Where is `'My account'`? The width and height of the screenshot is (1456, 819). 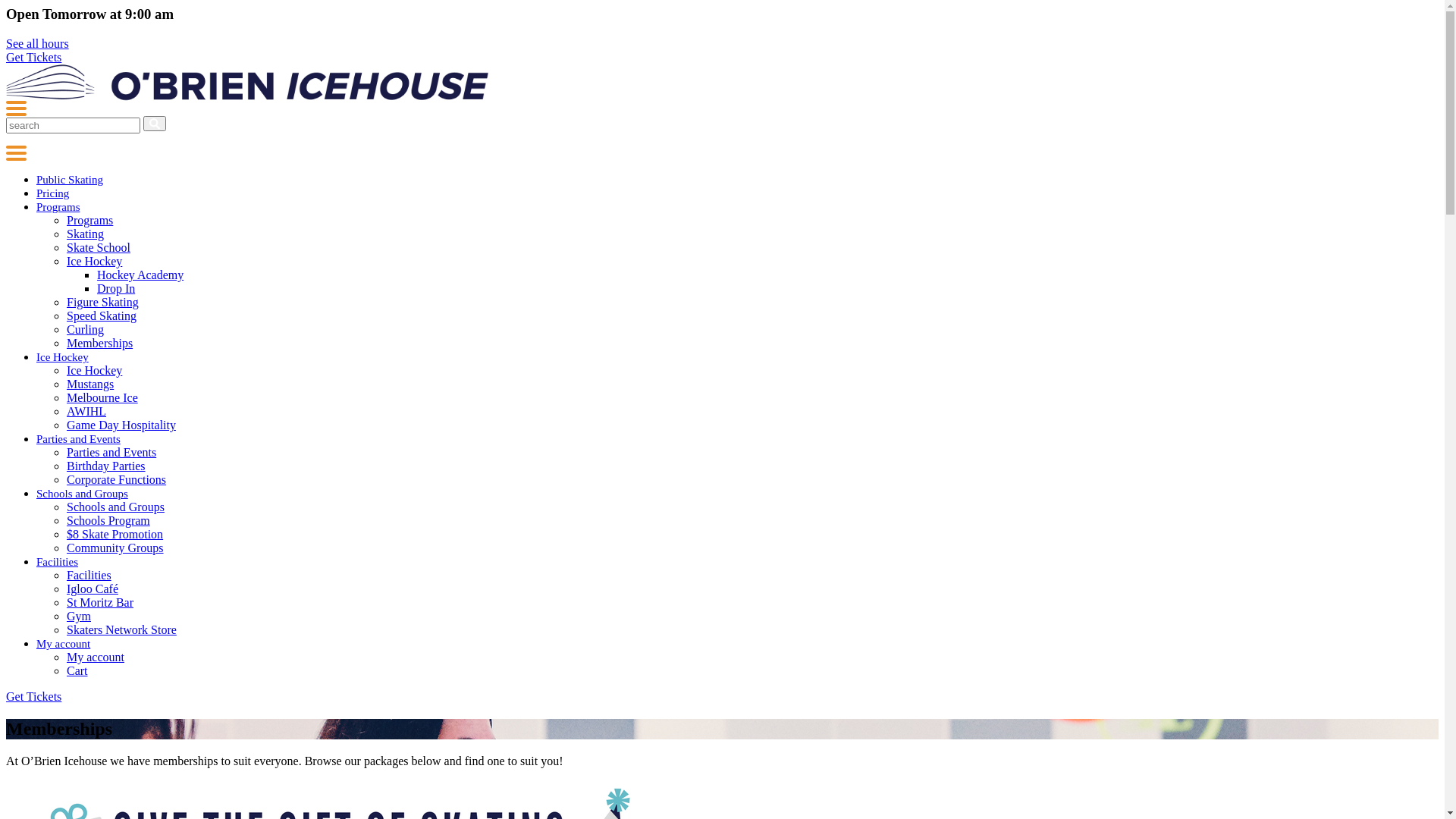
'My account' is located at coordinates (94, 656).